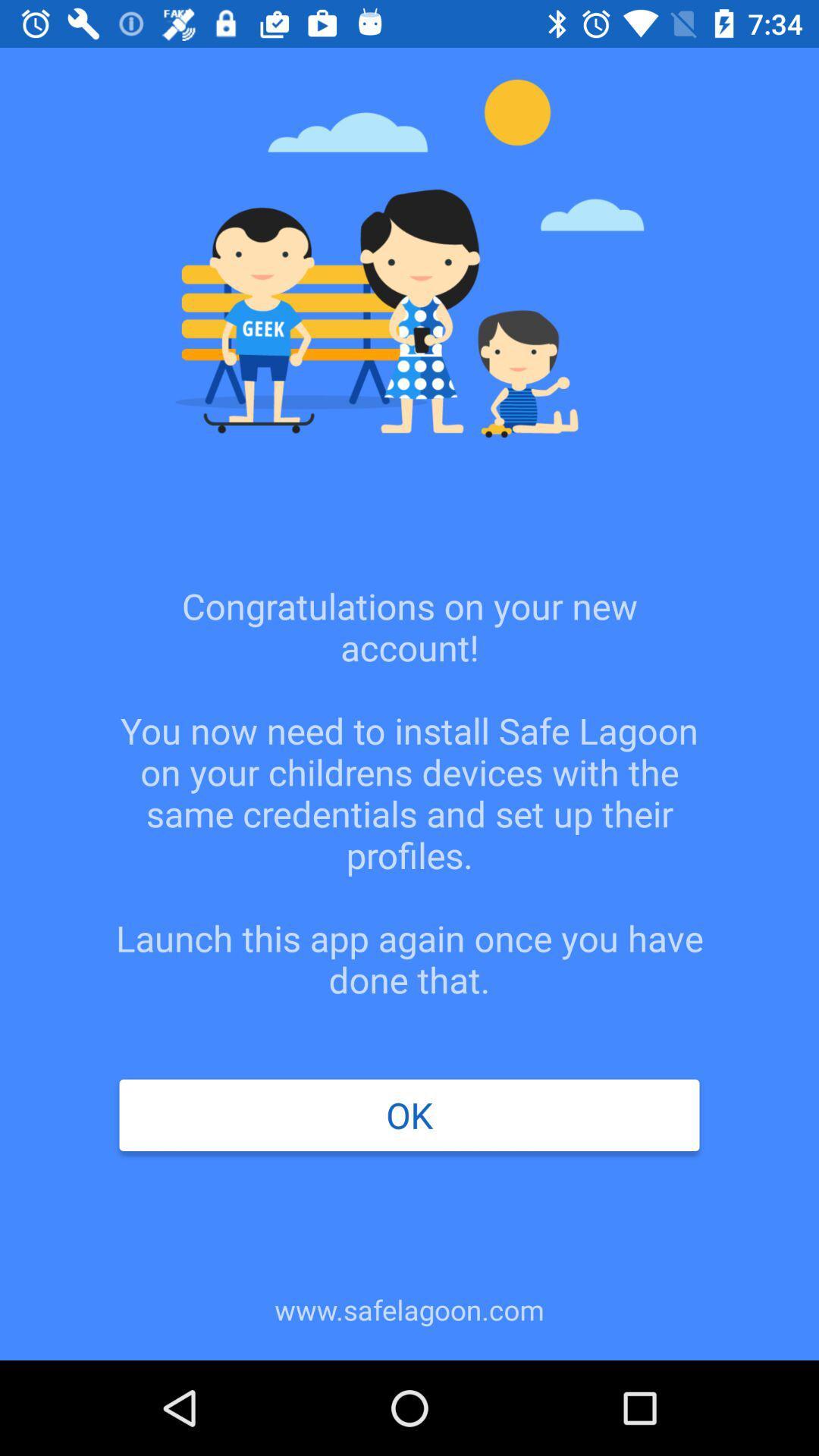 This screenshot has height=1456, width=819. I want to click on the ok item, so click(409, 1115).